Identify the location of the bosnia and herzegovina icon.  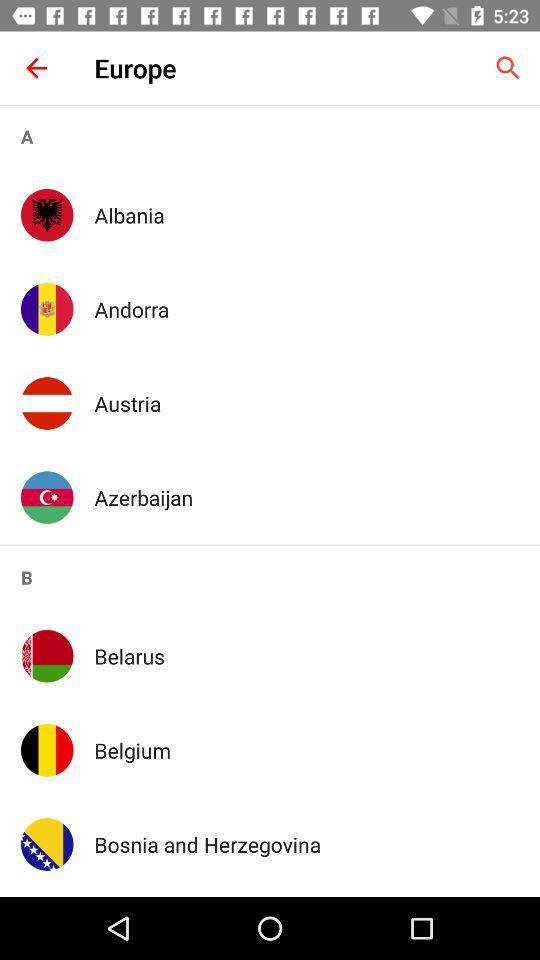
(306, 843).